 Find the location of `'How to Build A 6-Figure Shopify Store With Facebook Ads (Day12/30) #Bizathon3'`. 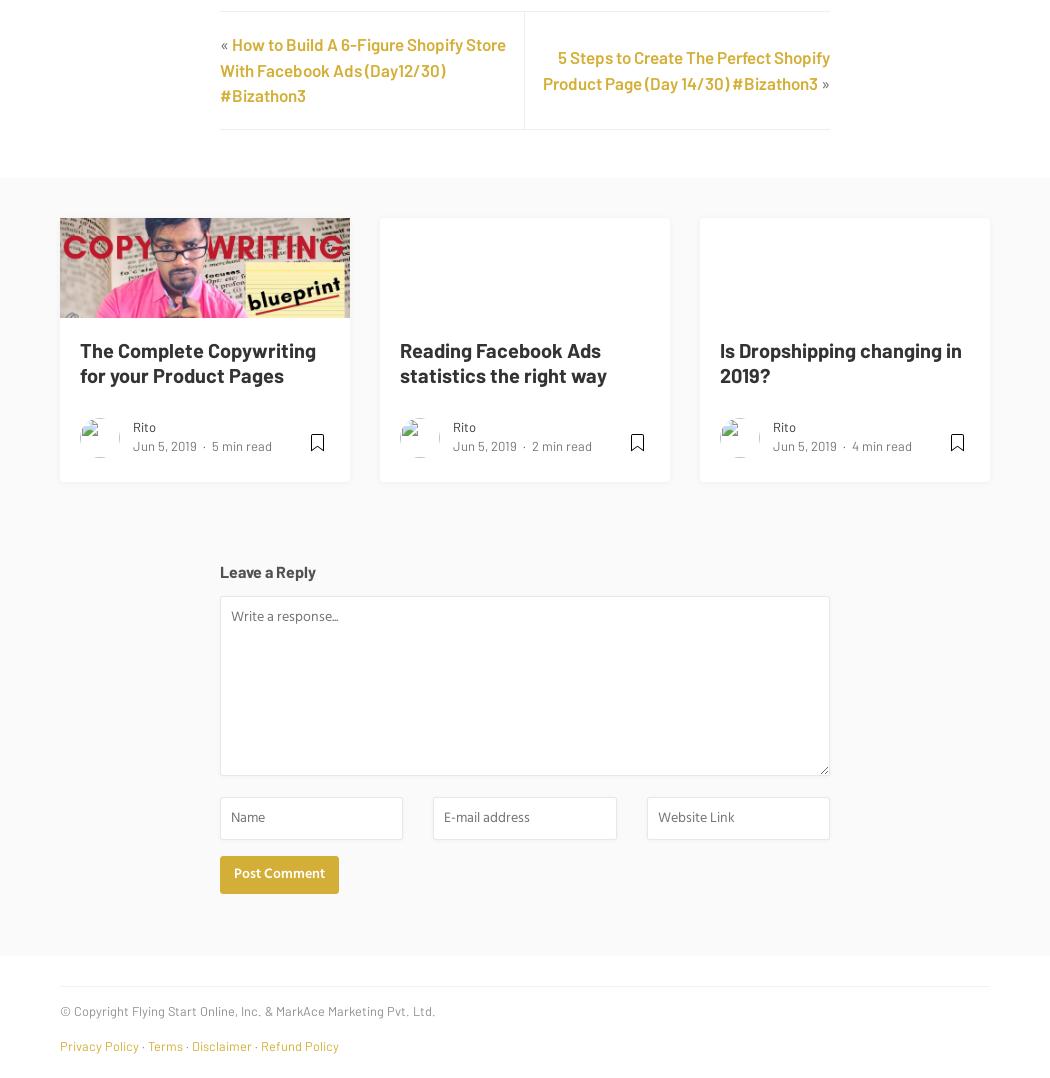

'How to Build A 6-Figure Shopify Store With Facebook Ads (Day12/30) #Bizathon3' is located at coordinates (361, 69).